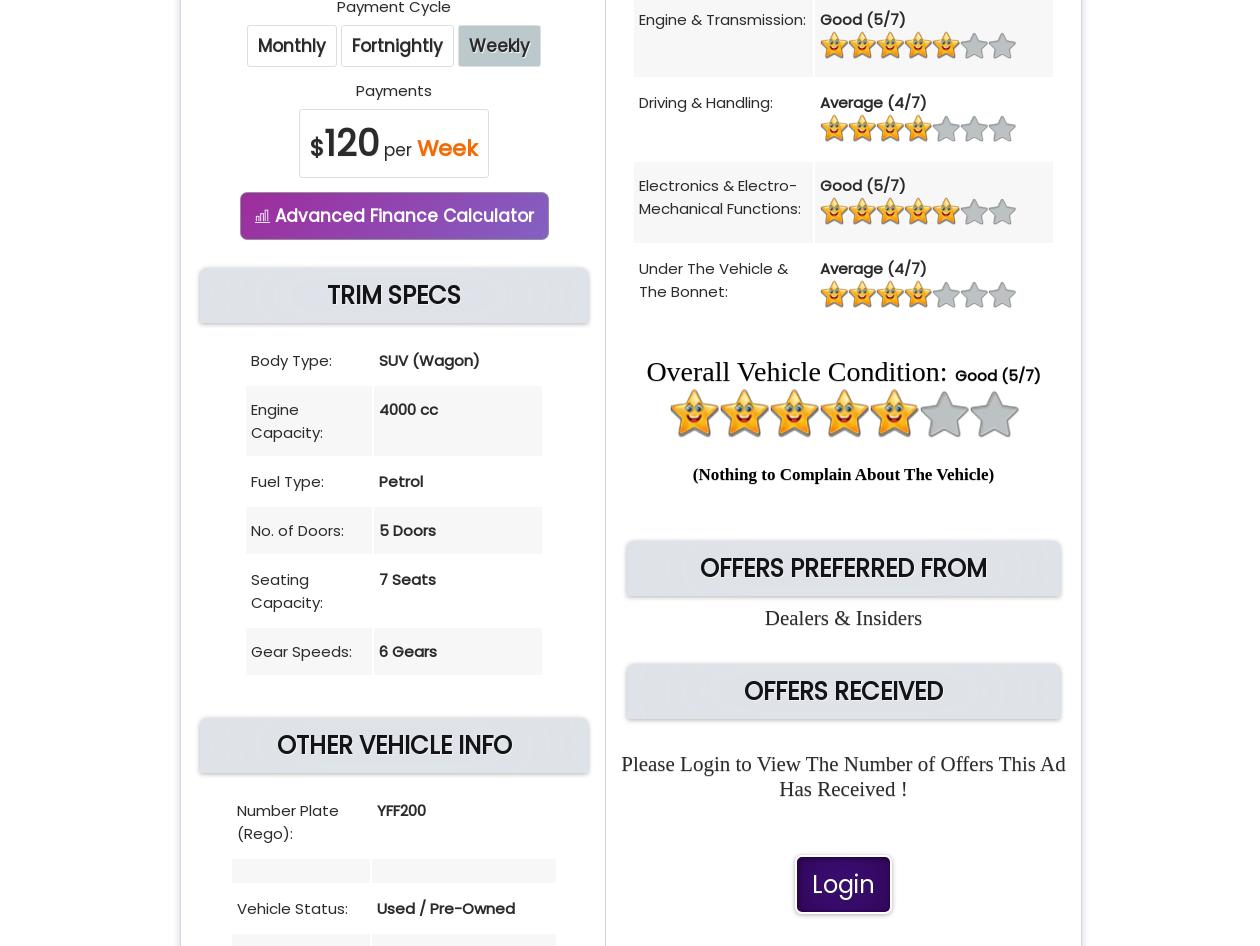 The height and width of the screenshot is (946, 1260). I want to click on 'Body Type:', so click(291, 360).